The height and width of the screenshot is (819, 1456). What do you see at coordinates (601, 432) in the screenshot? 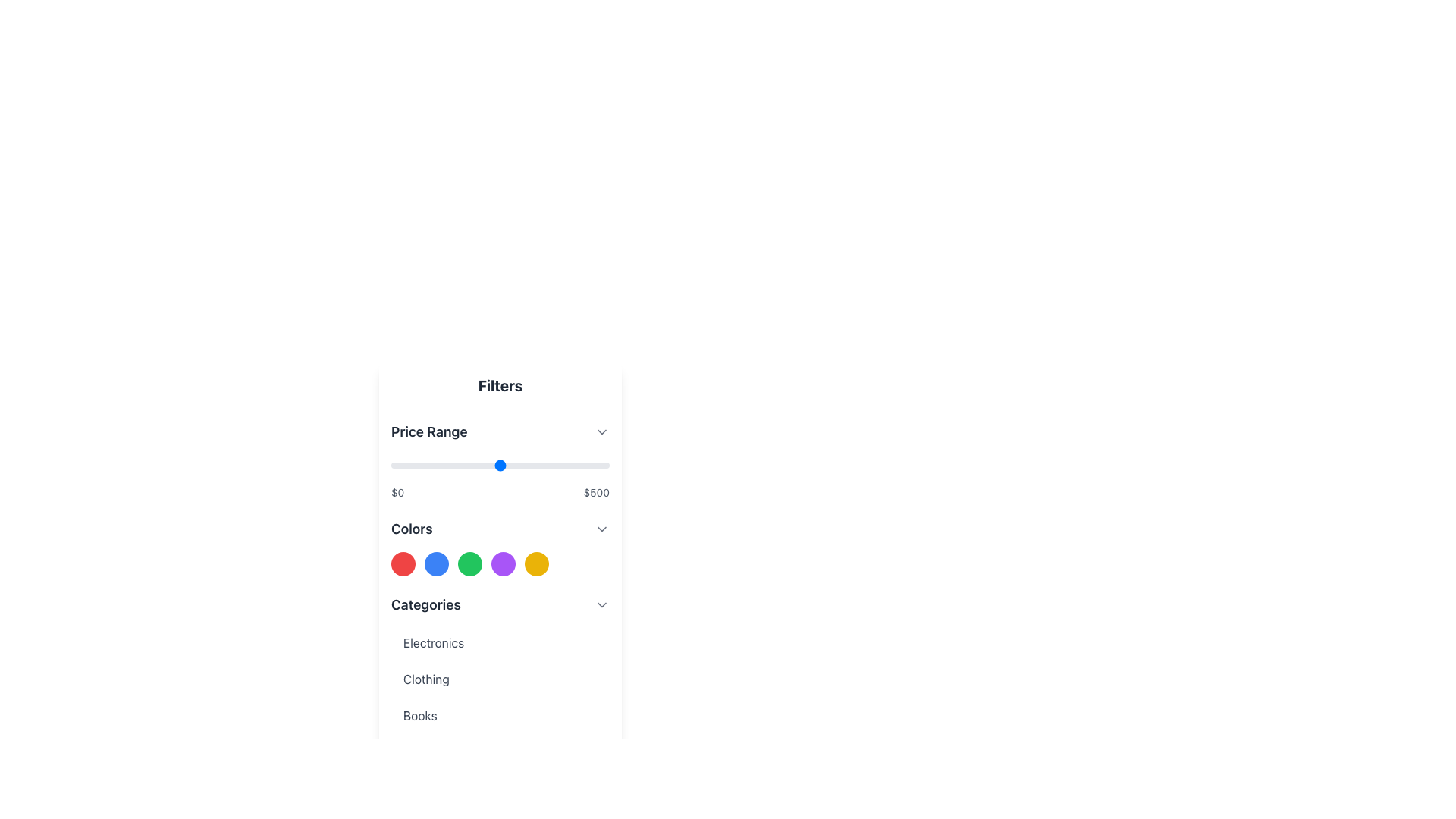
I see `the downward pointing chevron icon located at the far-right of the 'Price Range' section` at bounding box center [601, 432].